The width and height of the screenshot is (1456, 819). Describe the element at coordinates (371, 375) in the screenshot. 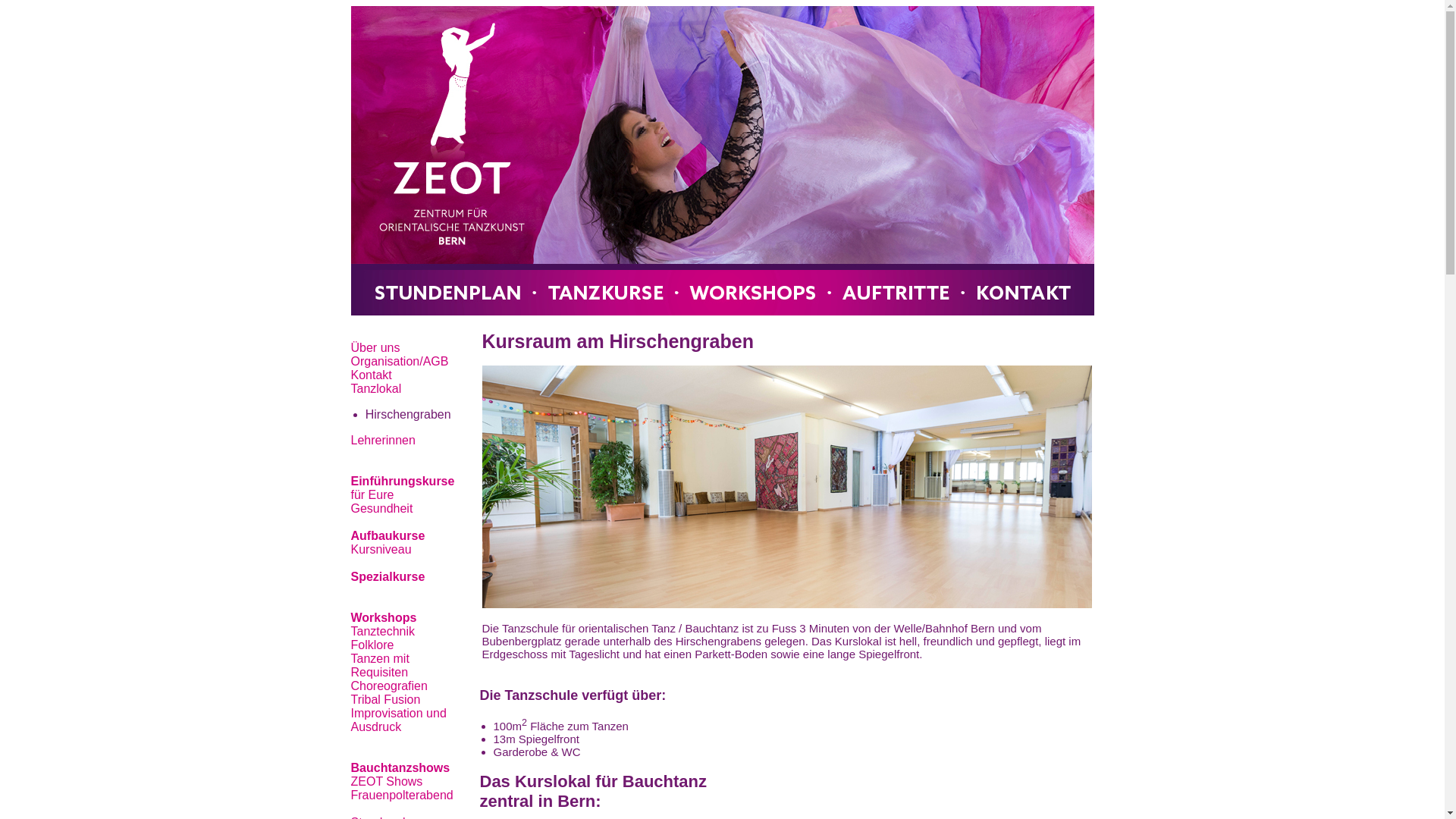

I see `'Kontakt'` at that location.